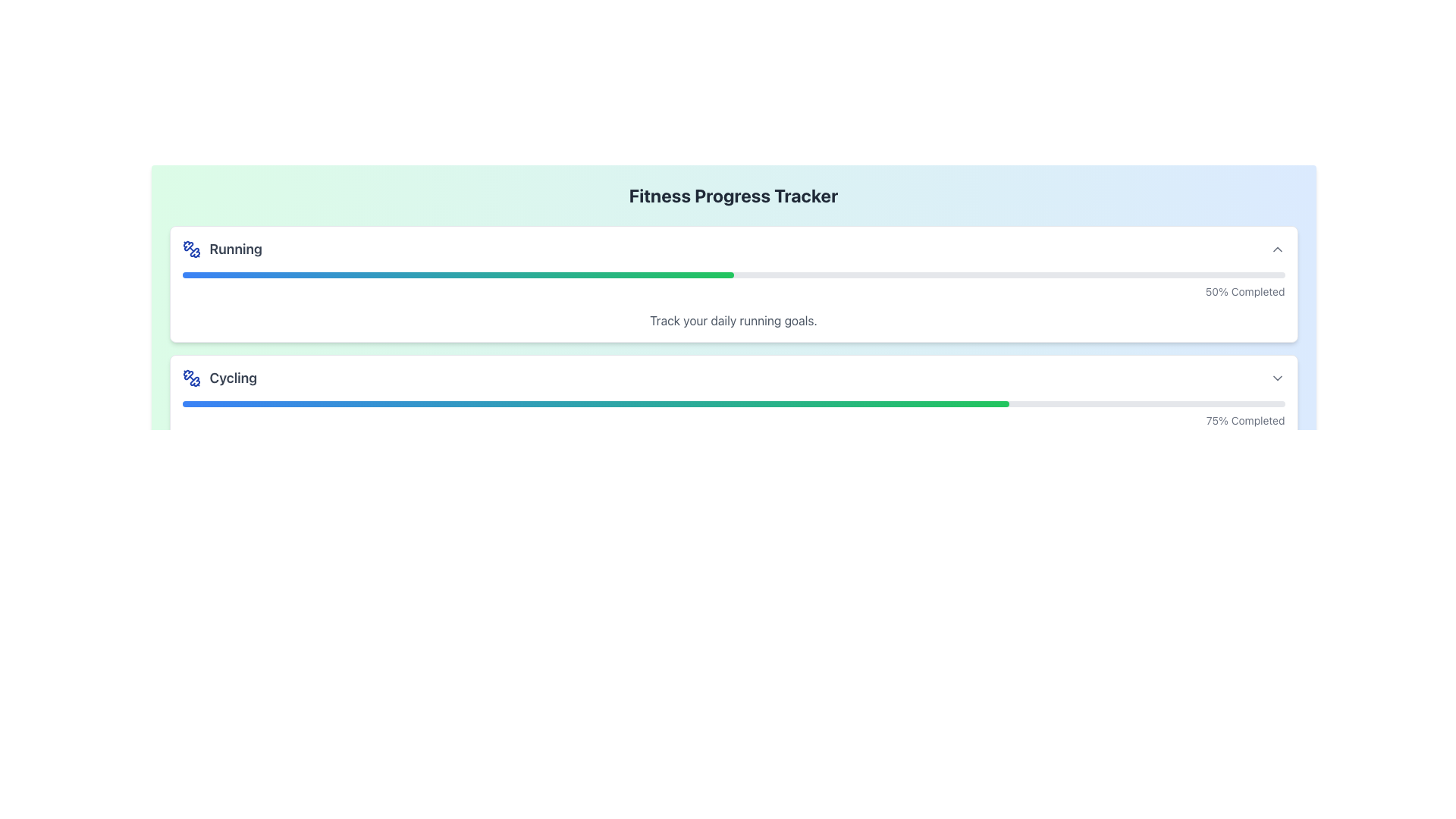 The width and height of the screenshot is (1456, 819). I want to click on completion percentage from the second progress bar segment under the 'Cycling' section, which is a narrow, rectangular segment with a gradient color from blue to green, so click(595, 403).